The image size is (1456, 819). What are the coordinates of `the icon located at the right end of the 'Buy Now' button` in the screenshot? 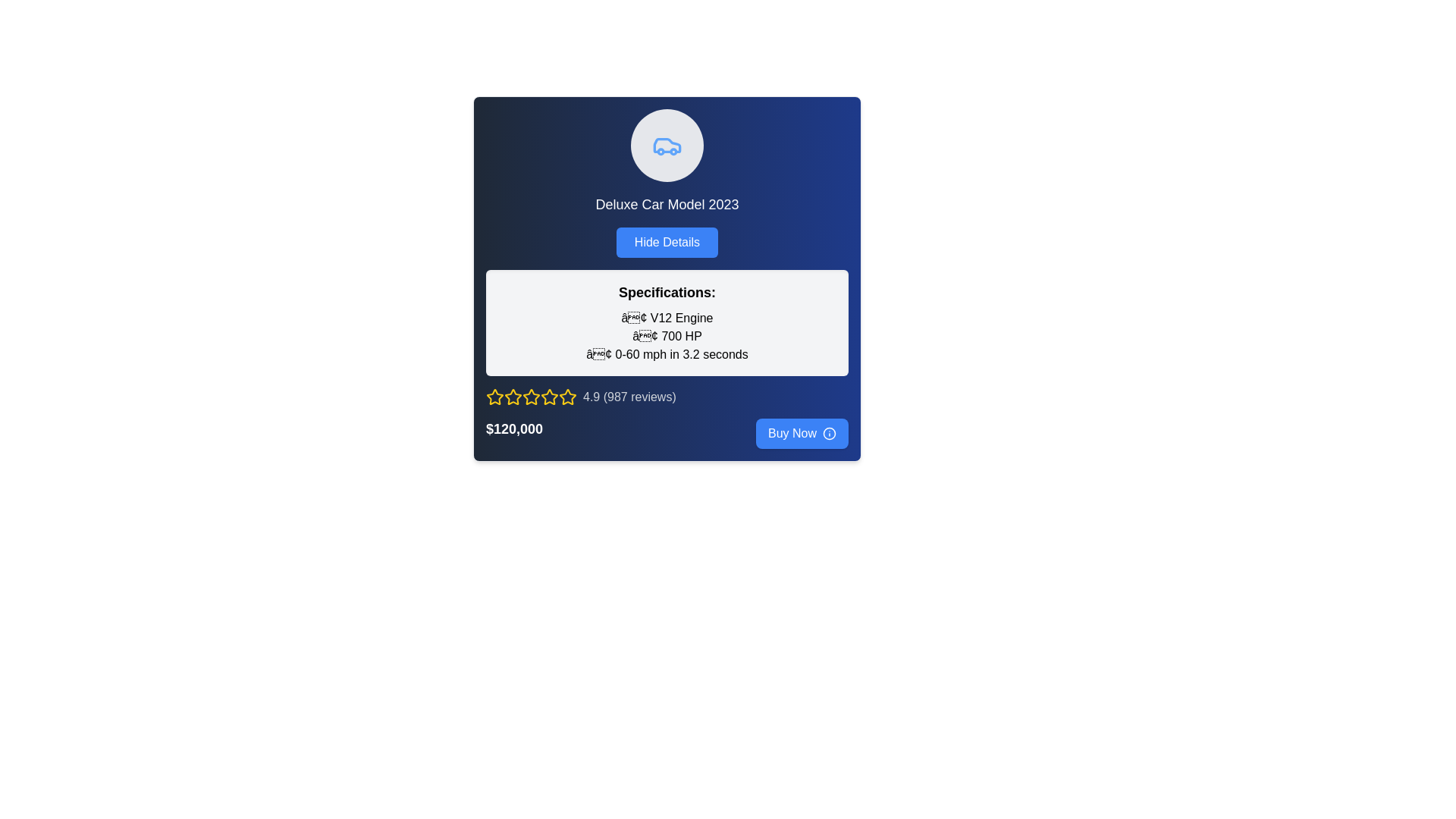 It's located at (829, 433).